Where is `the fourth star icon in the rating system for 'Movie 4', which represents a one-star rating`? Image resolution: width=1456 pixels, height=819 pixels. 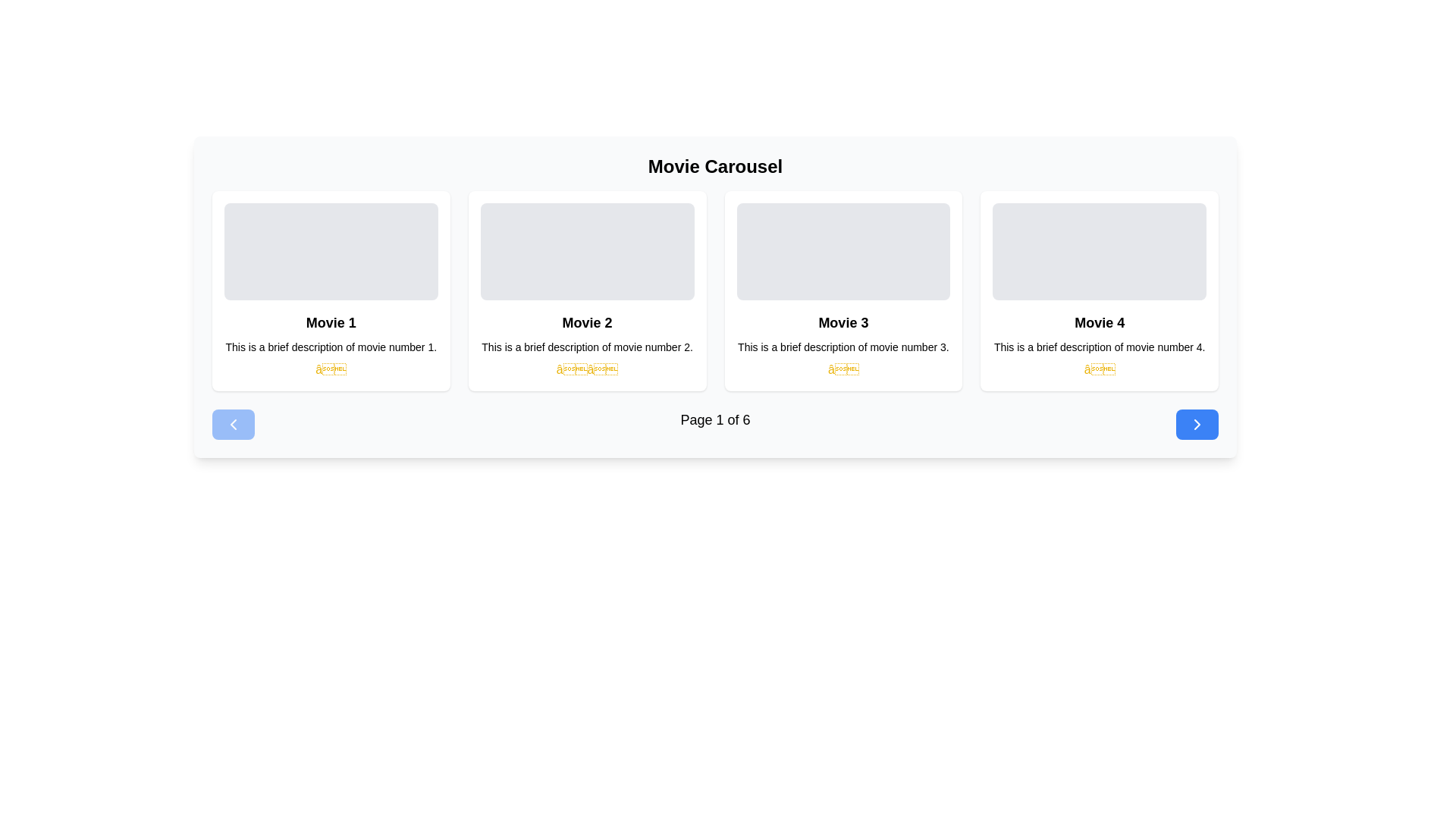 the fourth star icon in the rating system for 'Movie 4', which represents a one-star rating is located at coordinates (1100, 369).